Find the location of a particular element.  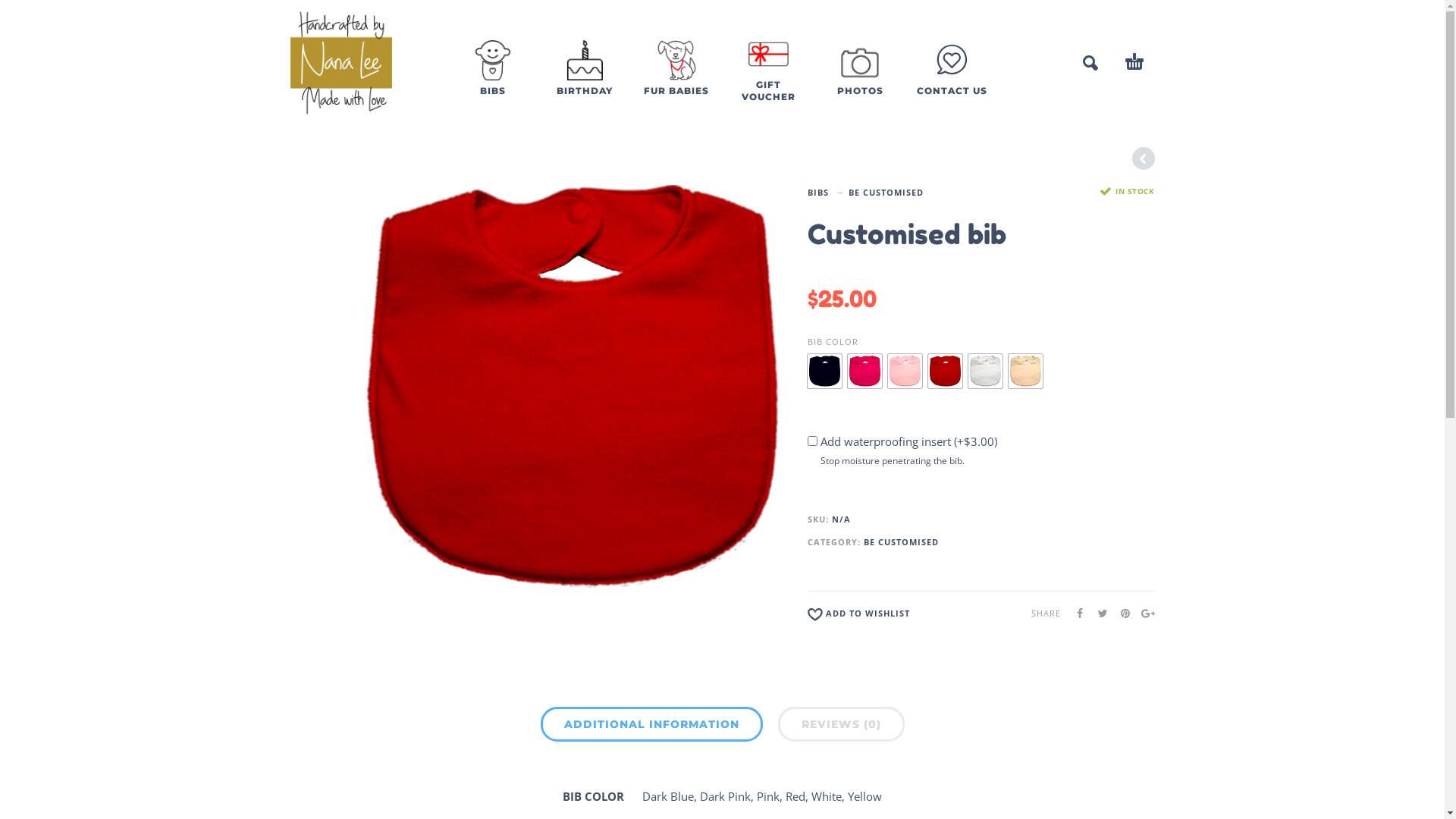

'Share on Google+' is located at coordinates (1143, 612).